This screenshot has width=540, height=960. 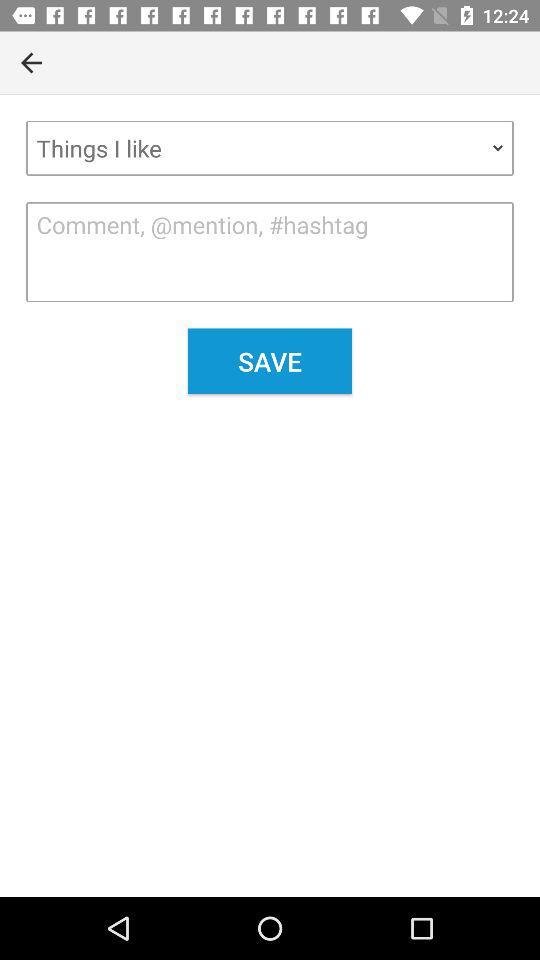 I want to click on the item below things i like item, so click(x=270, y=251).